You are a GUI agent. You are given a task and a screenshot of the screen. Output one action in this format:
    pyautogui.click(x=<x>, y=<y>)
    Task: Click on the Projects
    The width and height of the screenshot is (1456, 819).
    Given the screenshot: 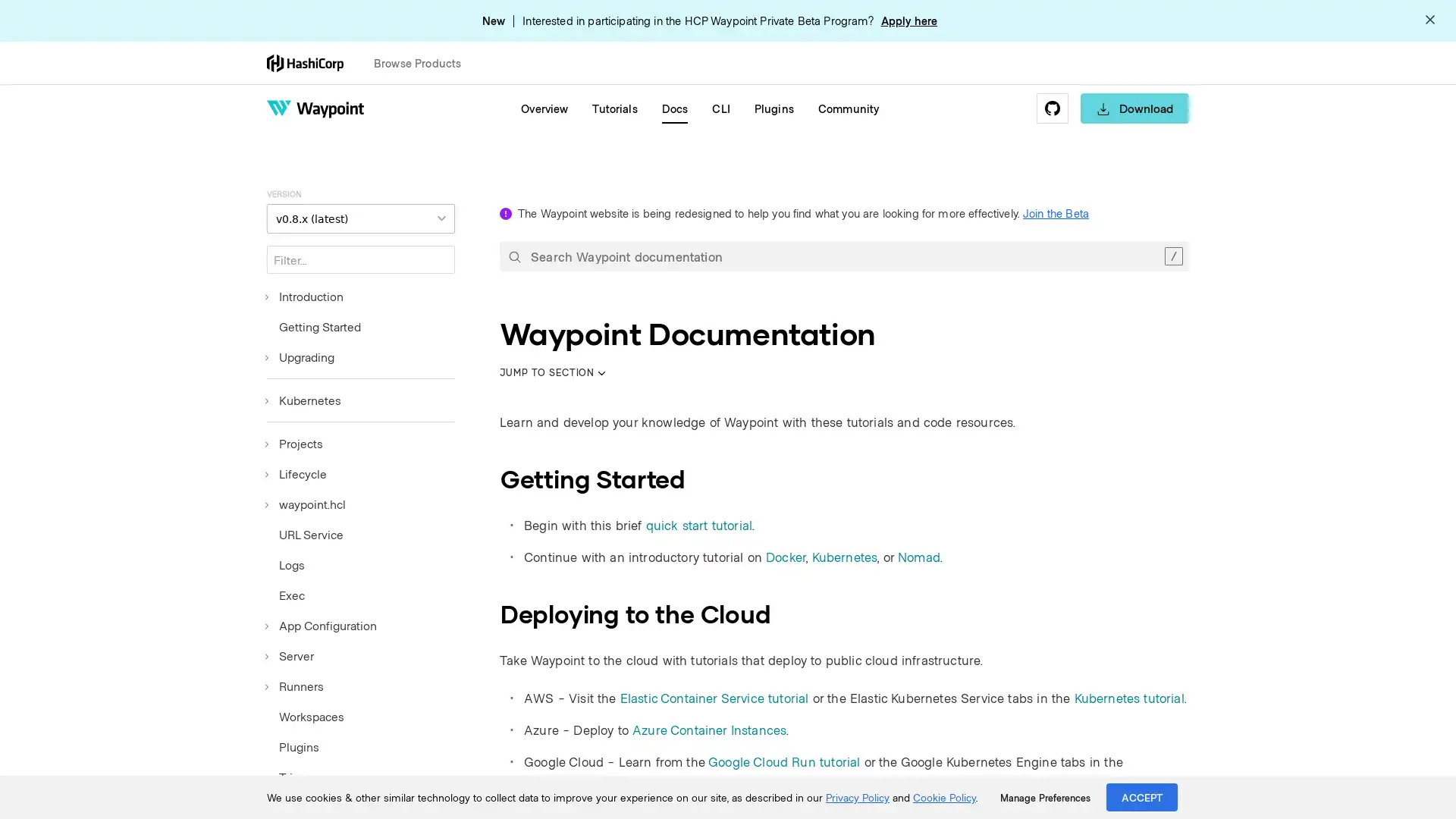 What is the action you would take?
    pyautogui.click(x=294, y=444)
    